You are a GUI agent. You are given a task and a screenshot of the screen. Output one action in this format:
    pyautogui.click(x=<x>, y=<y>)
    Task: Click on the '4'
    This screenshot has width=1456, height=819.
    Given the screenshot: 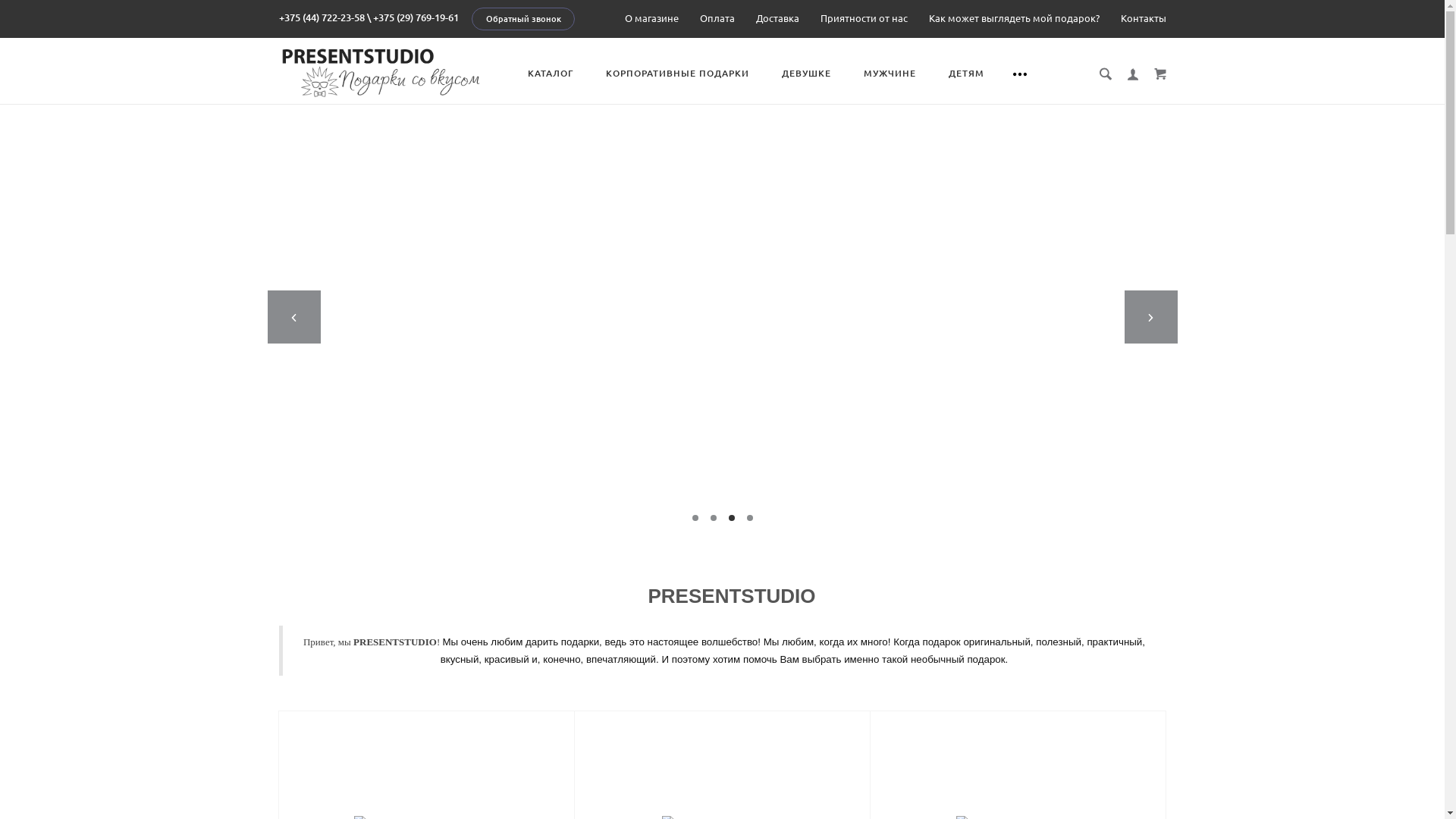 What is the action you would take?
    pyautogui.click(x=749, y=516)
    